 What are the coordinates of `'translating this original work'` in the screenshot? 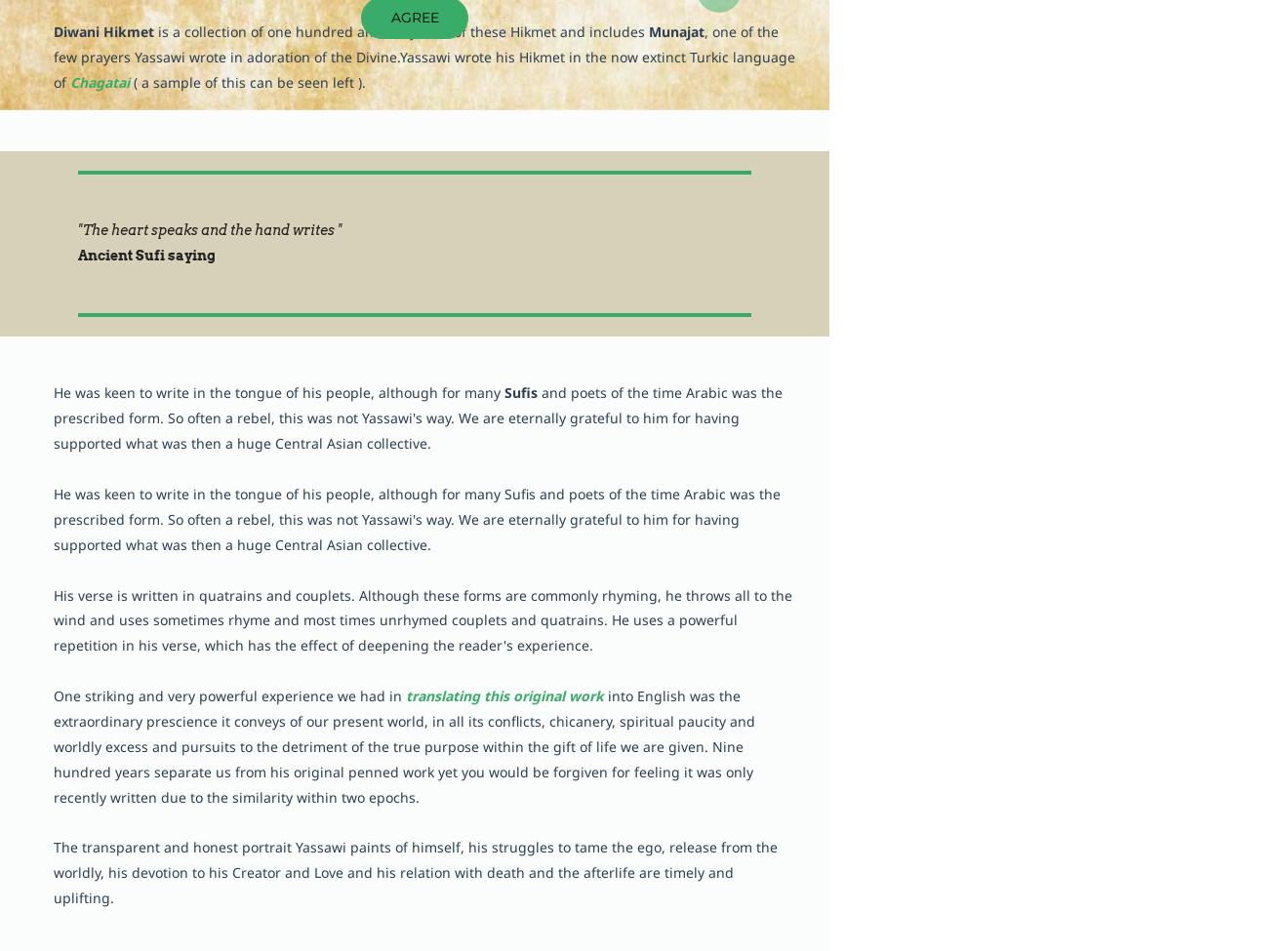 It's located at (504, 694).